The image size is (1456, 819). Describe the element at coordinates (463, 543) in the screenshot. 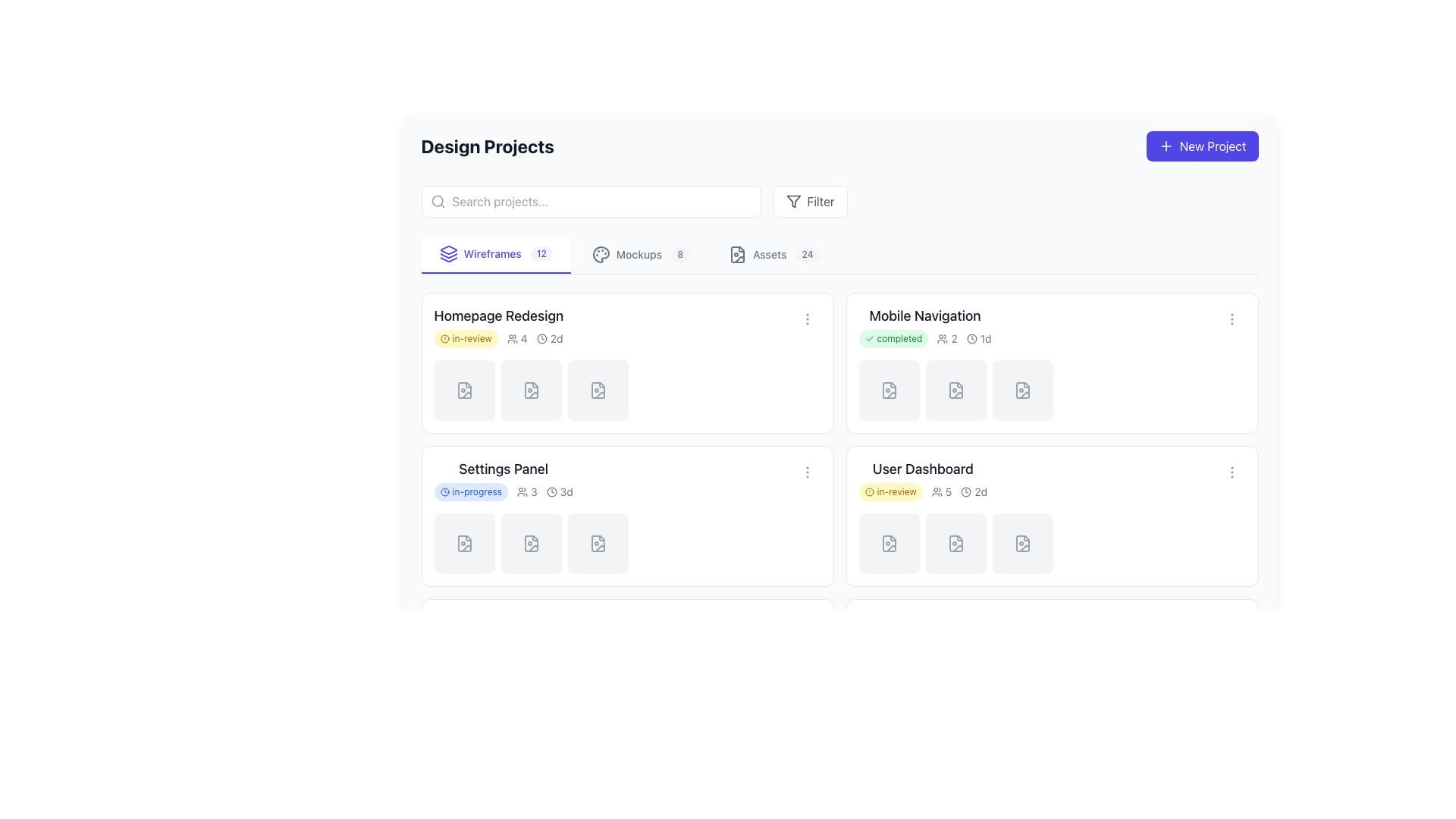

I see `the first icon in the row of three icons under the 'Settings Panel' section, which serves as a visual indicator for image-related content, located in a grayed-out background box` at that location.